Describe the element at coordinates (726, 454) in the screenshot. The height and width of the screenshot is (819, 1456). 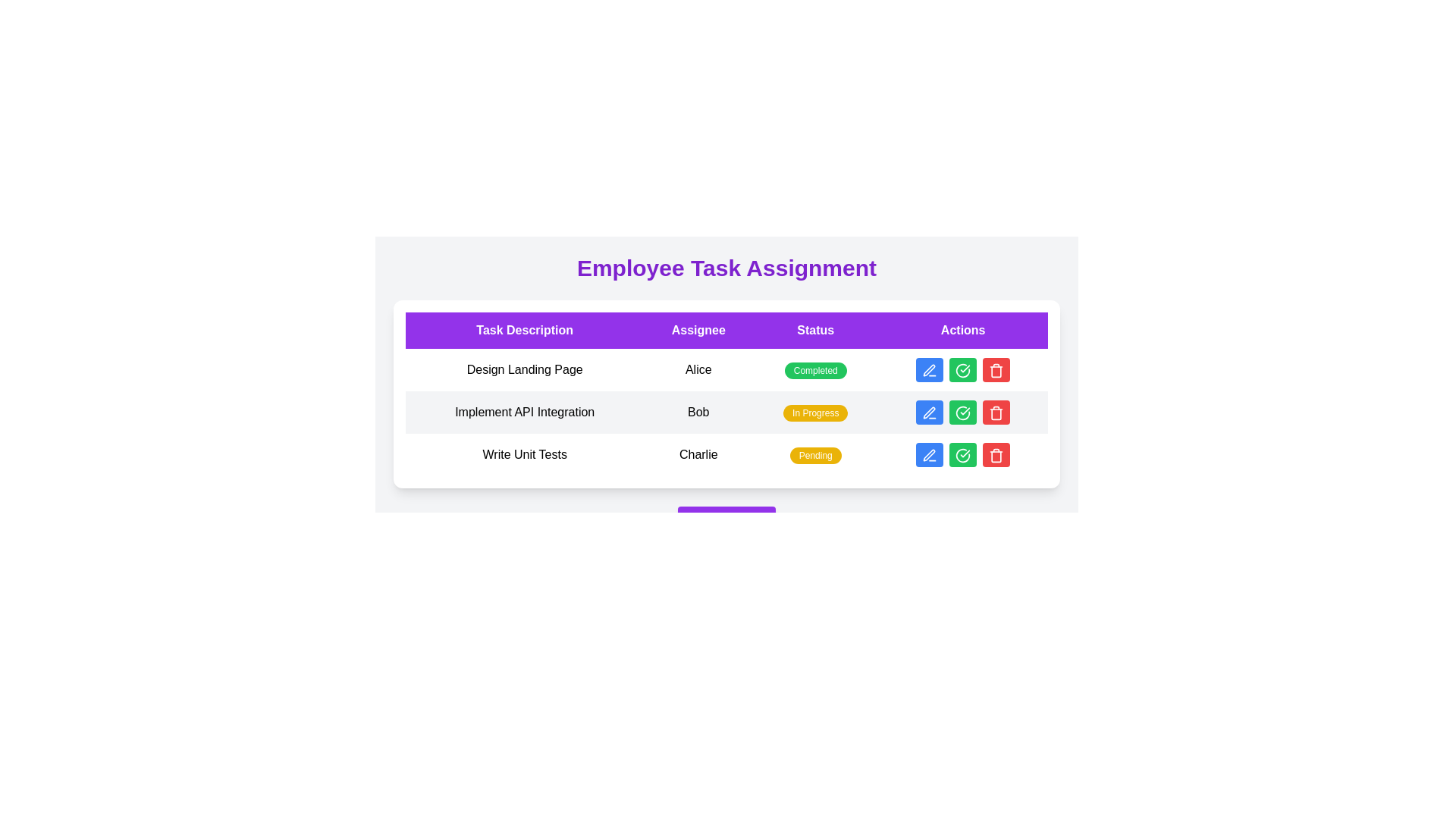
I see `the third row in the table containing the task description 'Write Unit Tests', assignee 'Charlie', status 'Pending', and action buttons including edit, confirm, and delete` at that location.